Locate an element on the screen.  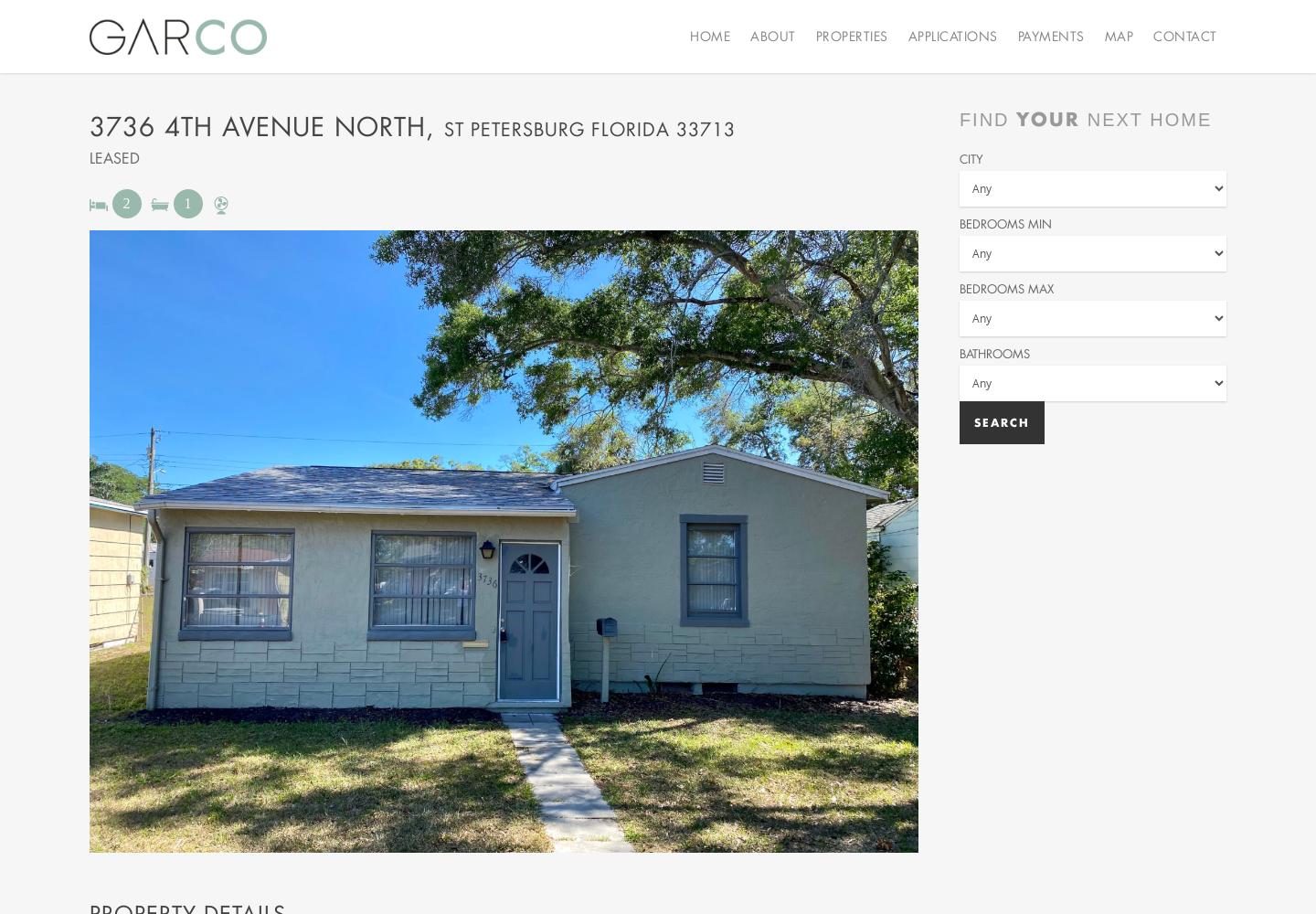
'3736 4th Avenue North,' is located at coordinates (89, 126).